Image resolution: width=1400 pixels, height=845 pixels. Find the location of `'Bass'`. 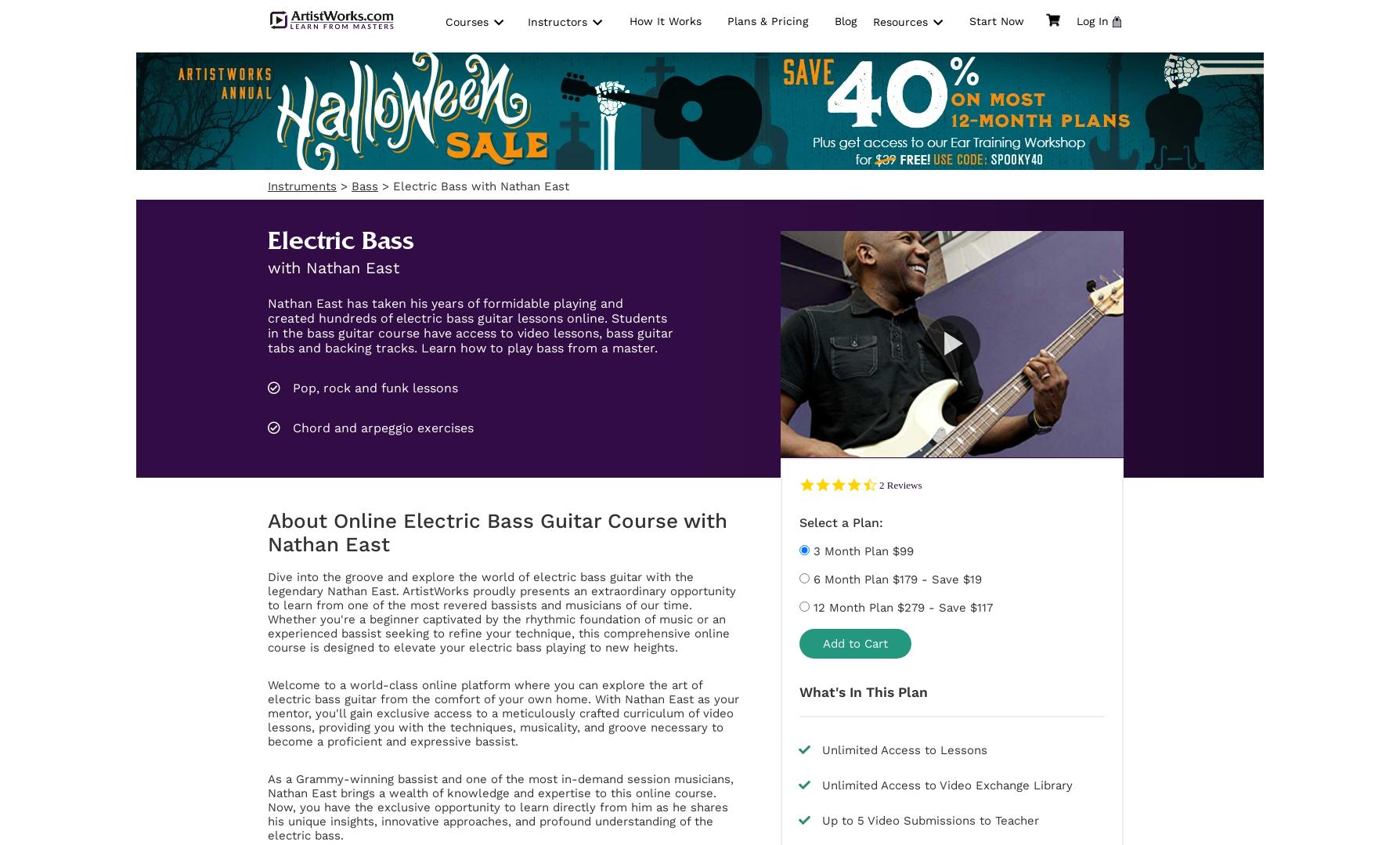

'Bass' is located at coordinates (364, 186).